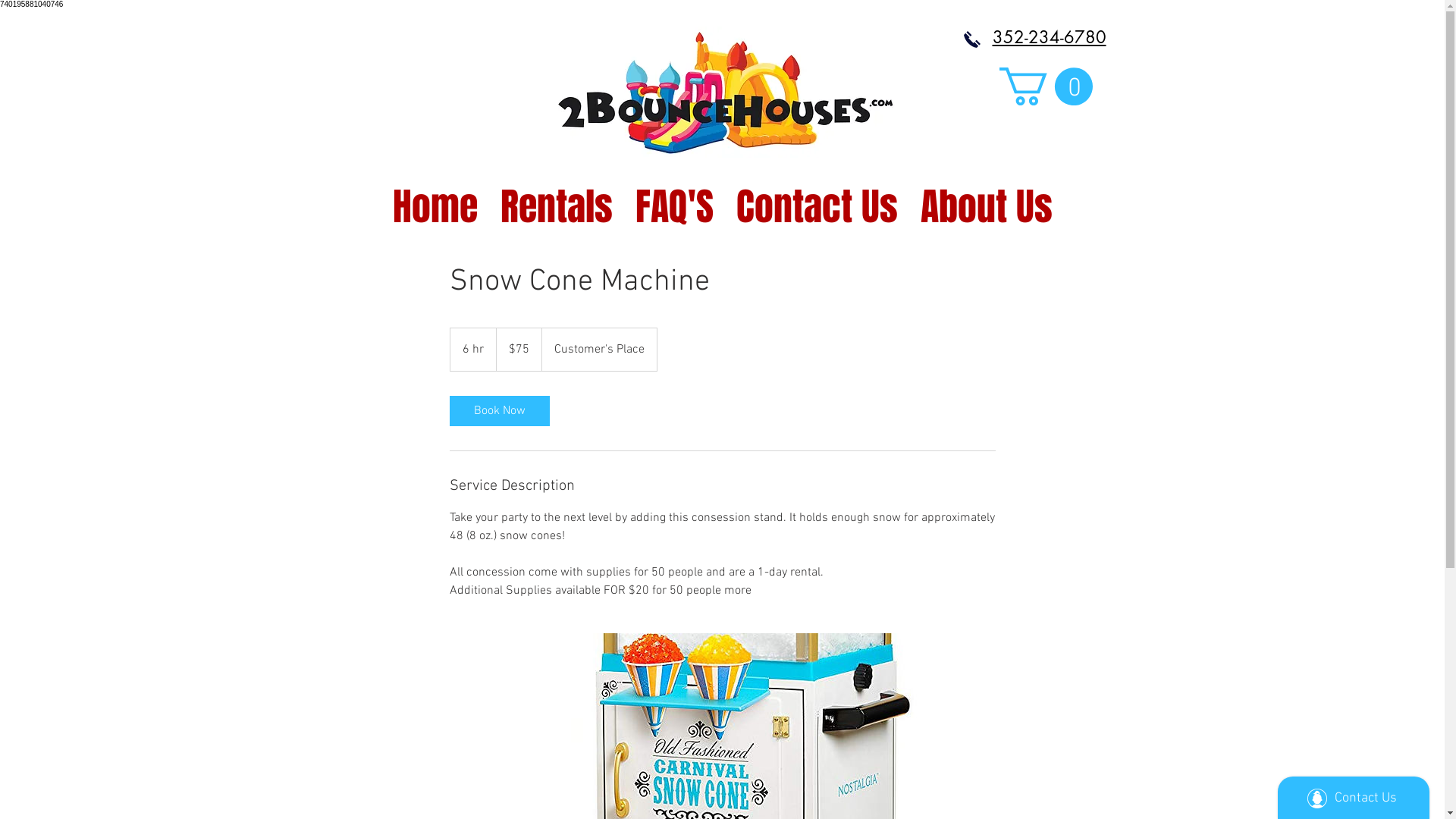  Describe the element at coordinates (623, 197) in the screenshot. I see `'FAQ'S'` at that location.